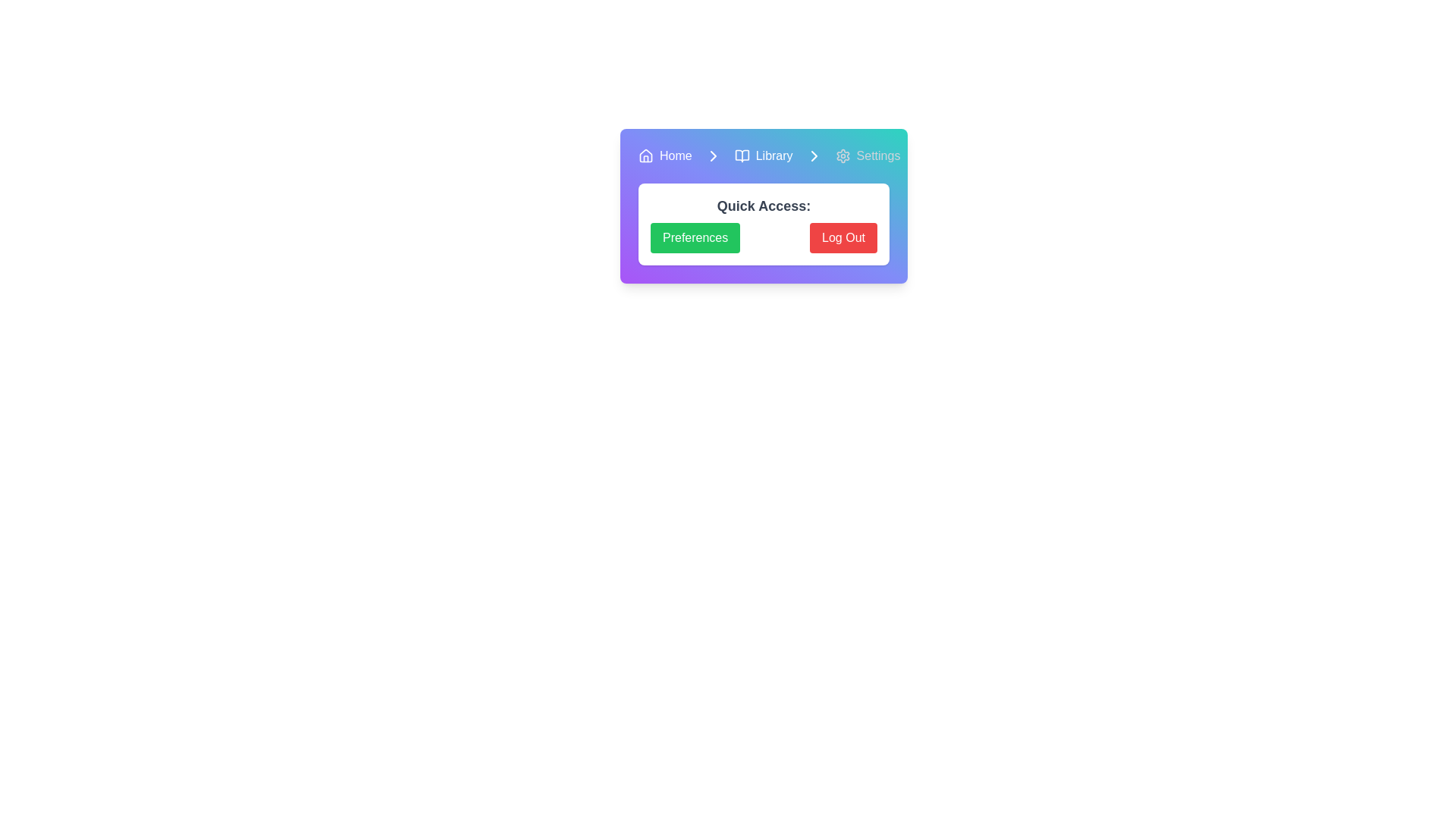 The height and width of the screenshot is (819, 1456). What do you see at coordinates (645, 155) in the screenshot?
I see `the 'Home' icon in the navigation bar` at bounding box center [645, 155].